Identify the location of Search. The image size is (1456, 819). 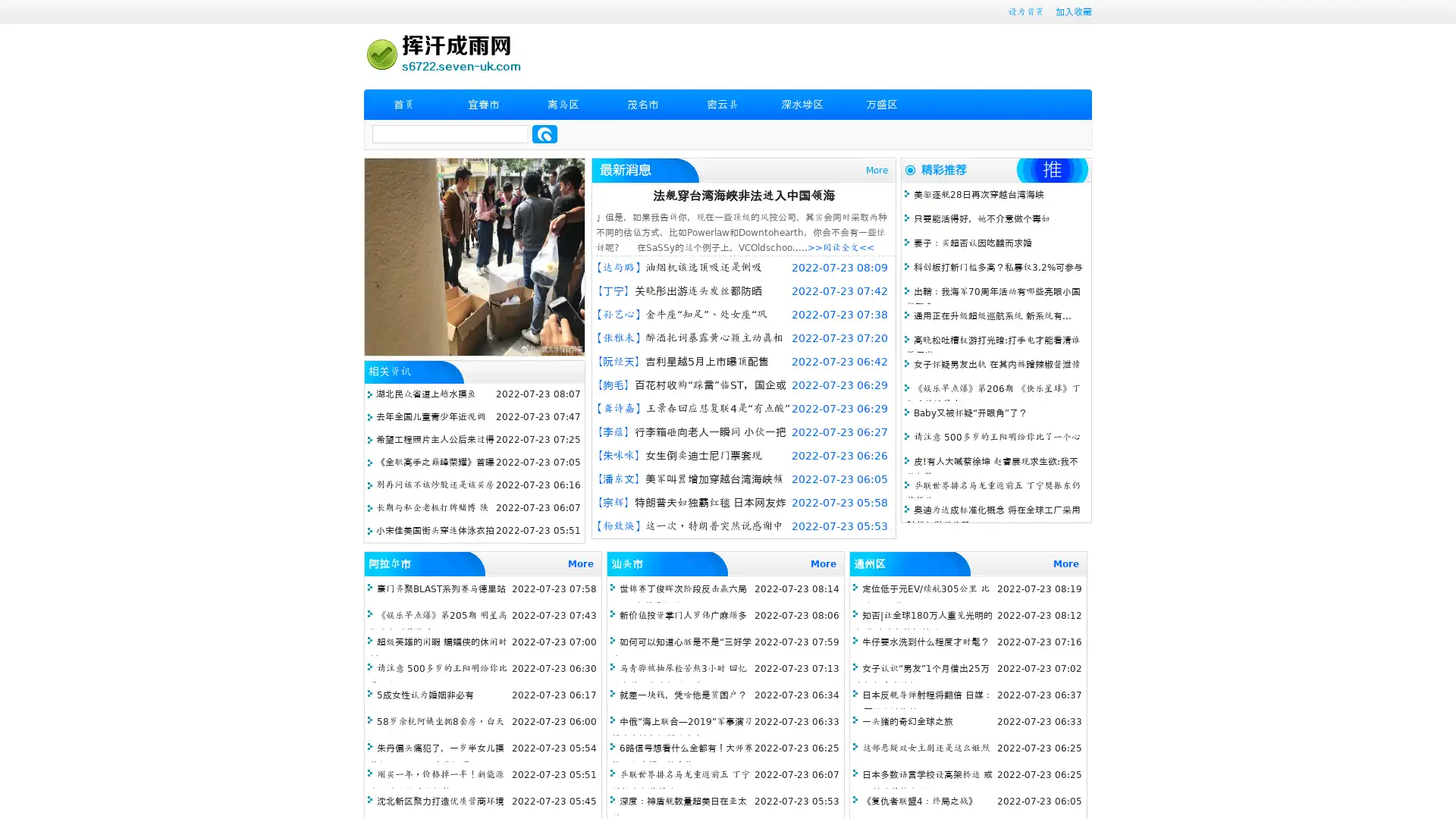
(544, 133).